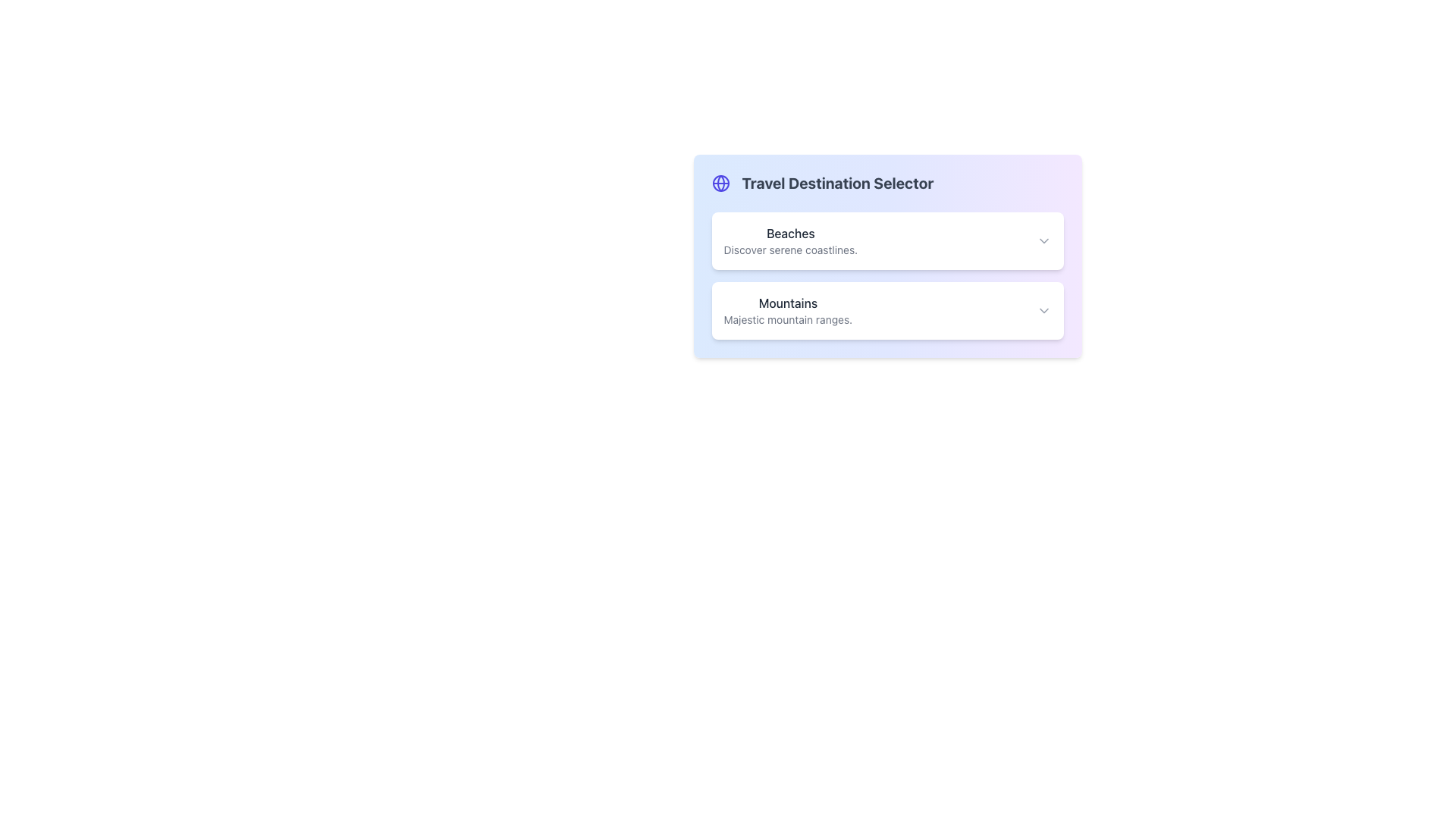  I want to click on the SVG Circle element that is part of the globe icon, located to the left of the 'Travel Destination Selector' text, so click(720, 183).